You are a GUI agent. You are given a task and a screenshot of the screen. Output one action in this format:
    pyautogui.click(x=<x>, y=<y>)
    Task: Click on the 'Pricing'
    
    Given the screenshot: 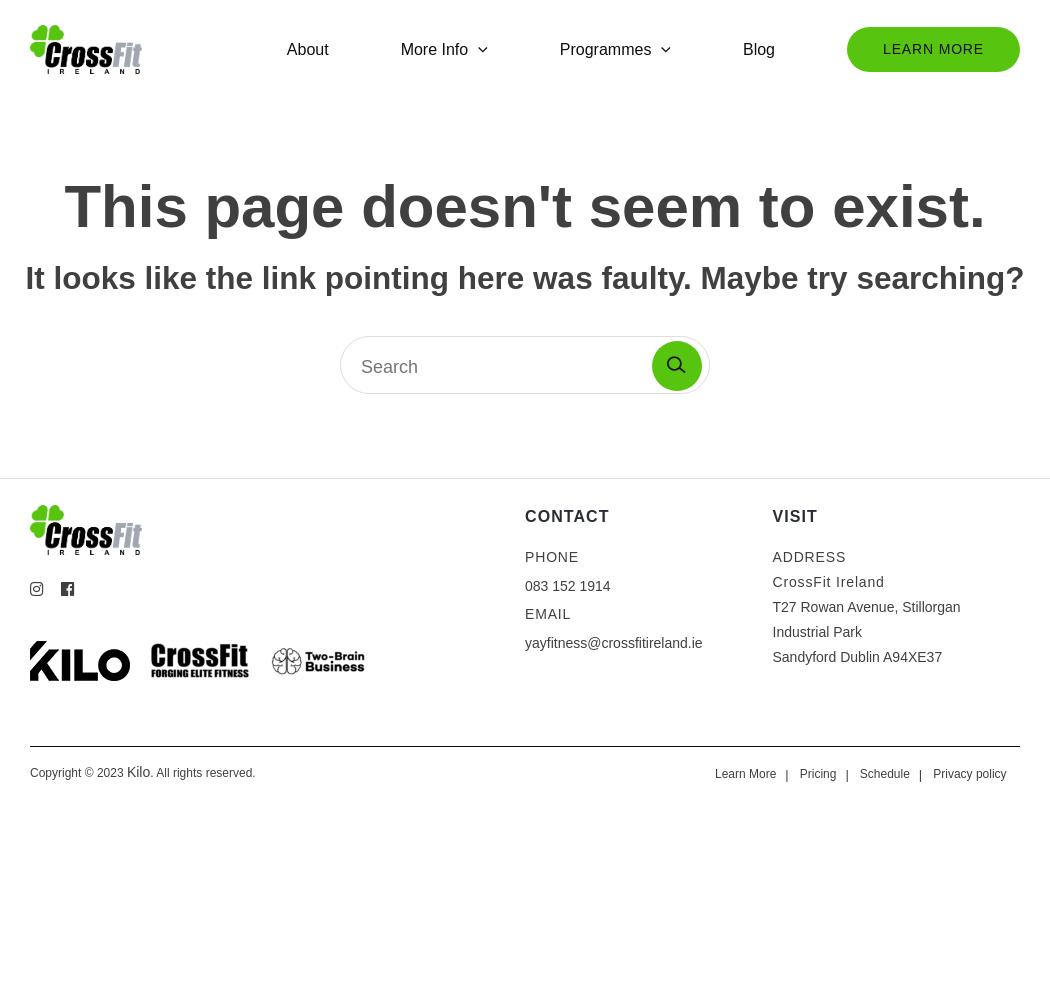 What is the action you would take?
    pyautogui.click(x=816, y=774)
    